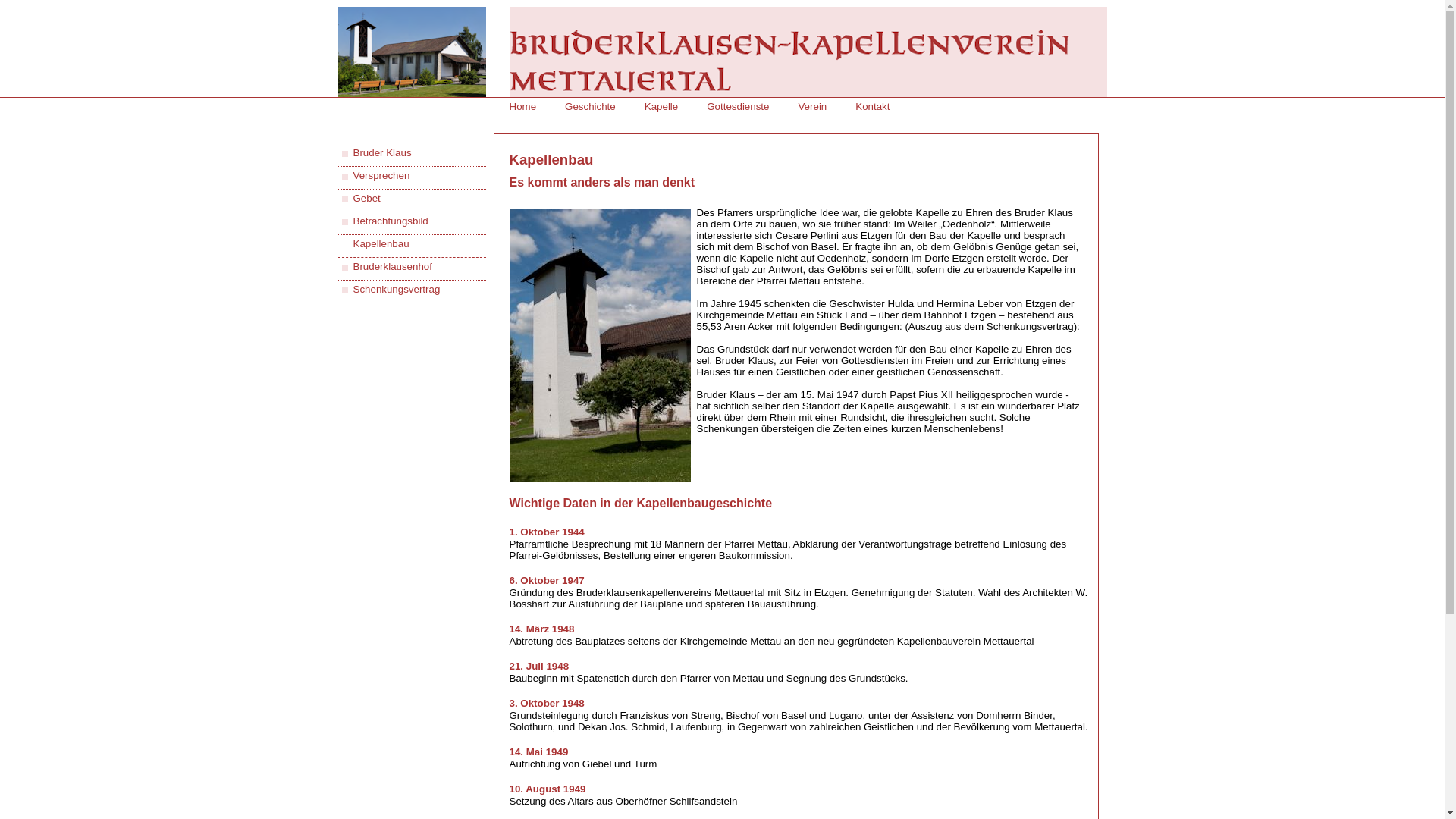 This screenshot has height=819, width=1456. What do you see at coordinates (811, 105) in the screenshot?
I see `'Verein'` at bounding box center [811, 105].